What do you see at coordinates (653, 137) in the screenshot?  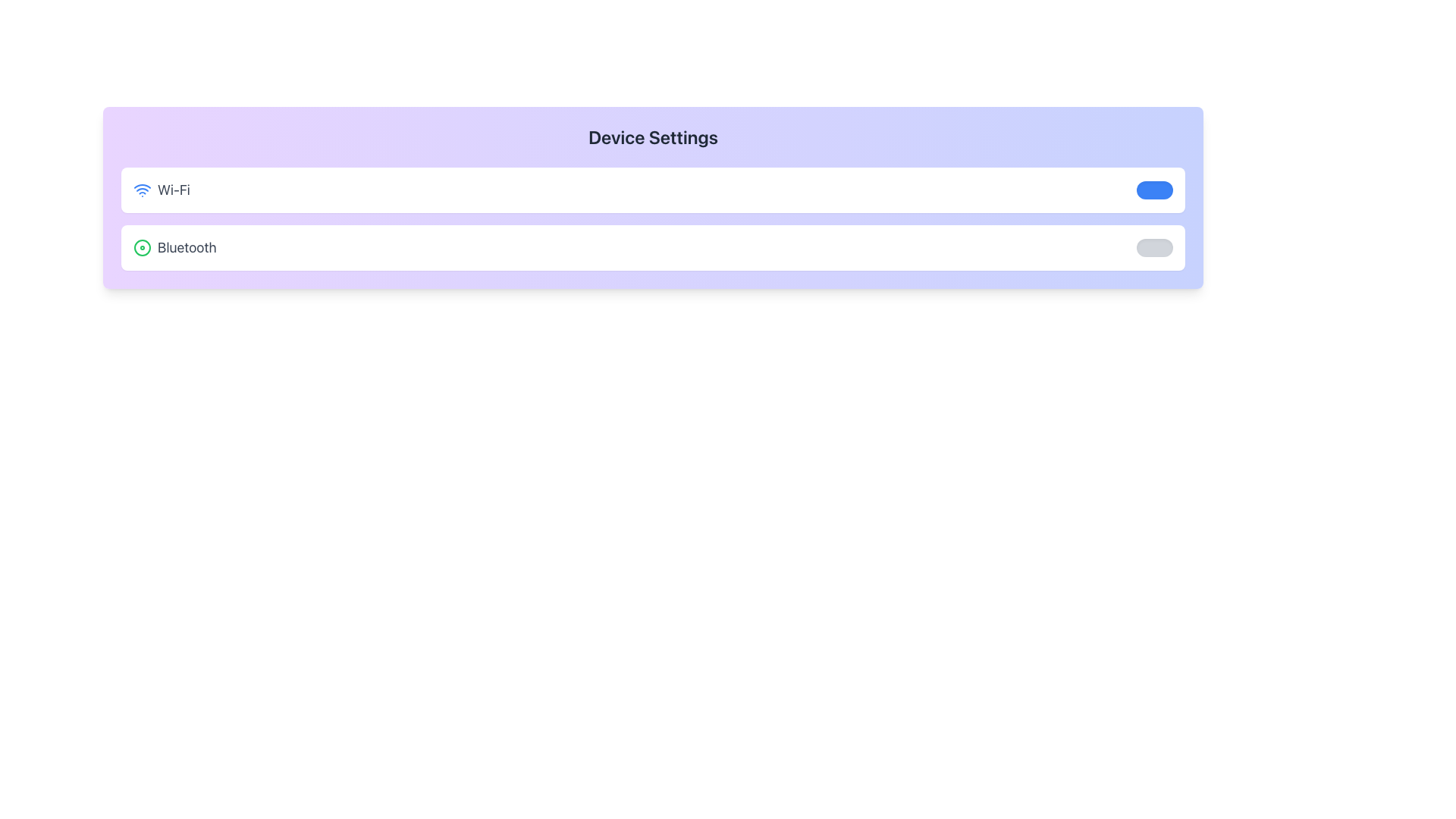 I see `the large, bold text label displaying 'Device Settings', which is centered at the top of the rounded panel with a gradient background` at bounding box center [653, 137].